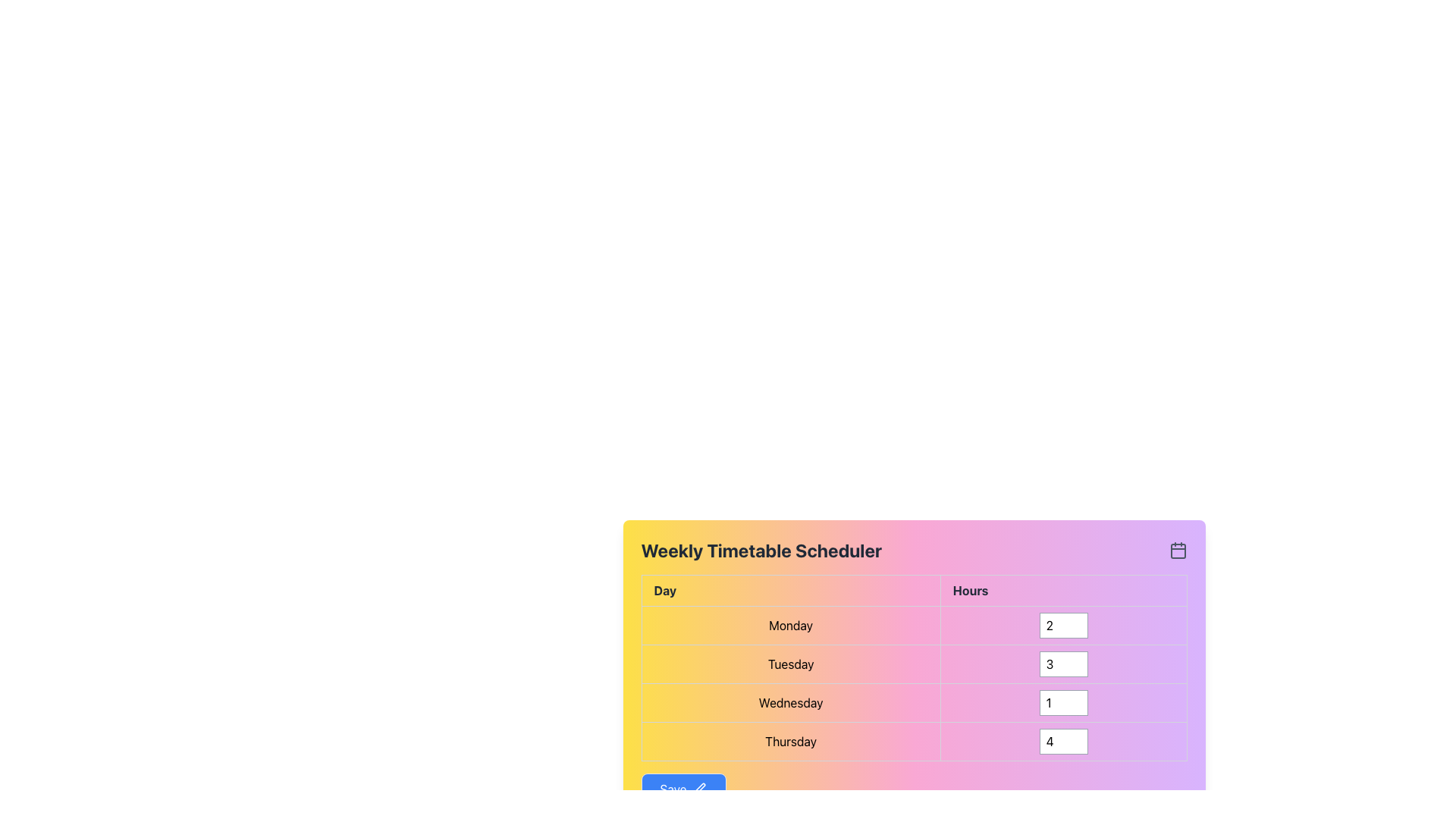 This screenshot has height=819, width=1456. Describe the element at coordinates (790, 741) in the screenshot. I see `the non-interactive text label indicating 'Thursday' in the timetable, located in the fourth row under the 'Day' column` at that location.